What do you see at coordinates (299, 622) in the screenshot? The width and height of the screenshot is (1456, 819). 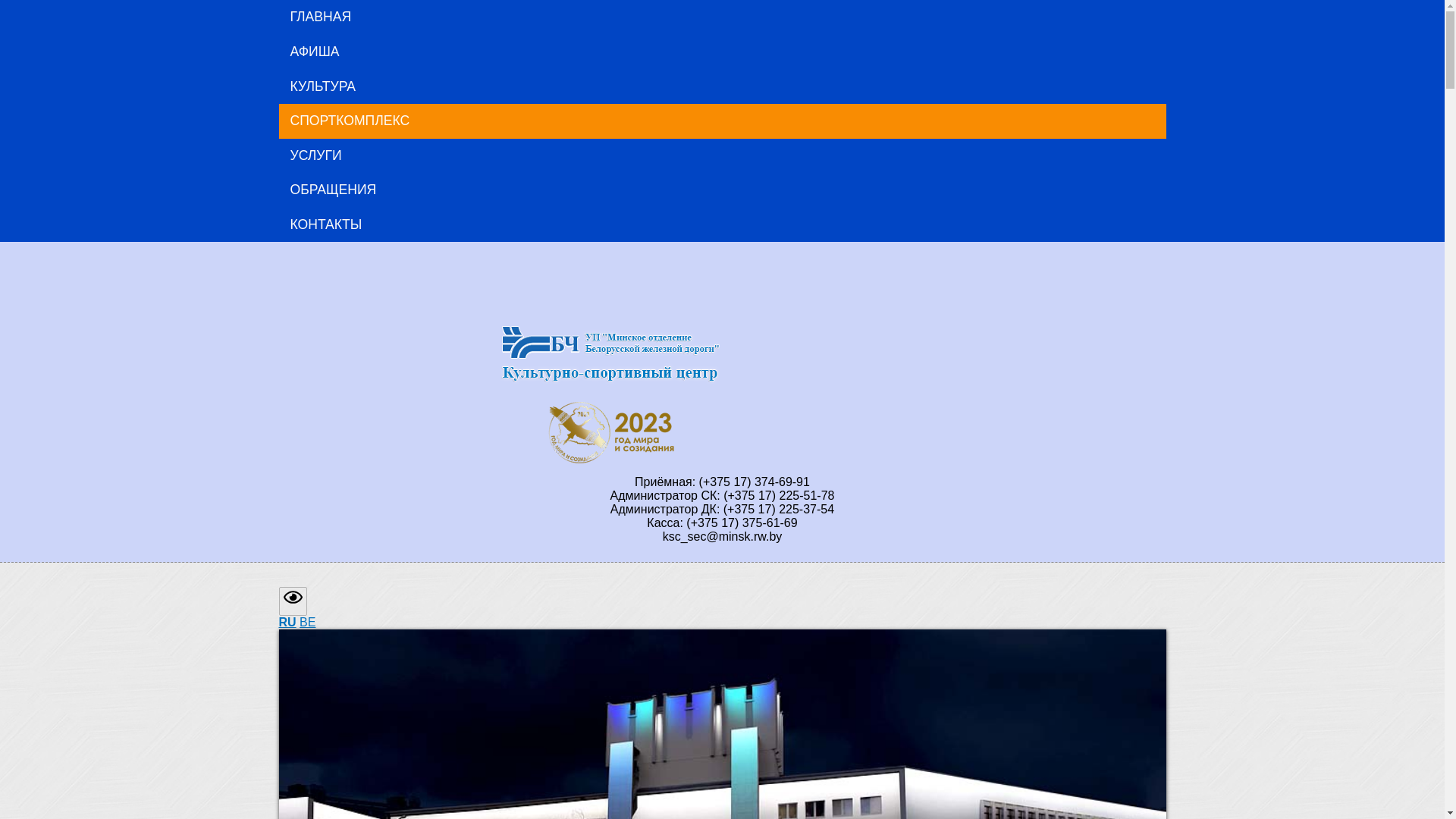 I see `'BE'` at bounding box center [299, 622].